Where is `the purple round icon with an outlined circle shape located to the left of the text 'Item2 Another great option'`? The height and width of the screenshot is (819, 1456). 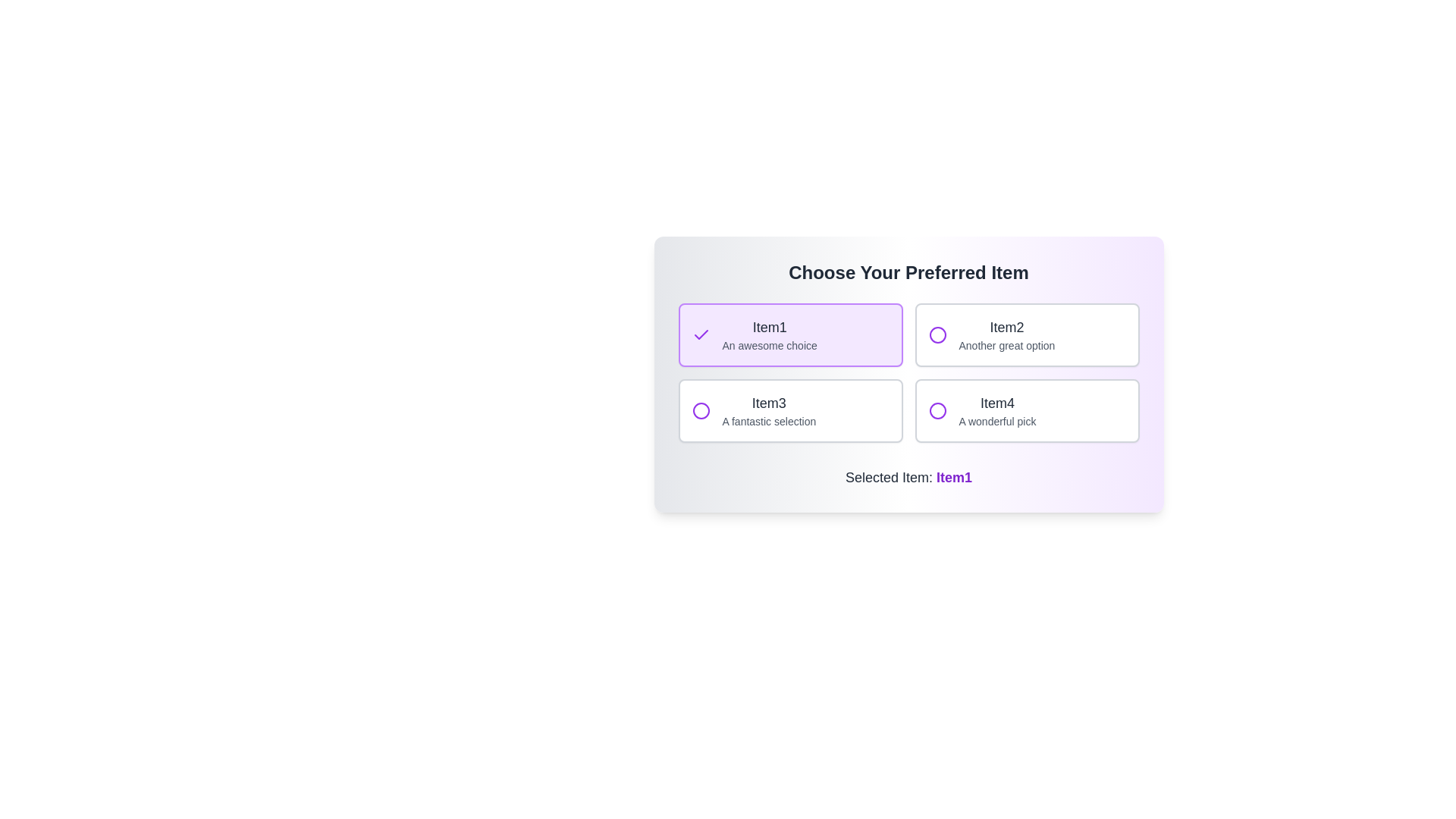 the purple round icon with an outlined circle shape located to the left of the text 'Item2 Another great option' is located at coordinates (937, 334).